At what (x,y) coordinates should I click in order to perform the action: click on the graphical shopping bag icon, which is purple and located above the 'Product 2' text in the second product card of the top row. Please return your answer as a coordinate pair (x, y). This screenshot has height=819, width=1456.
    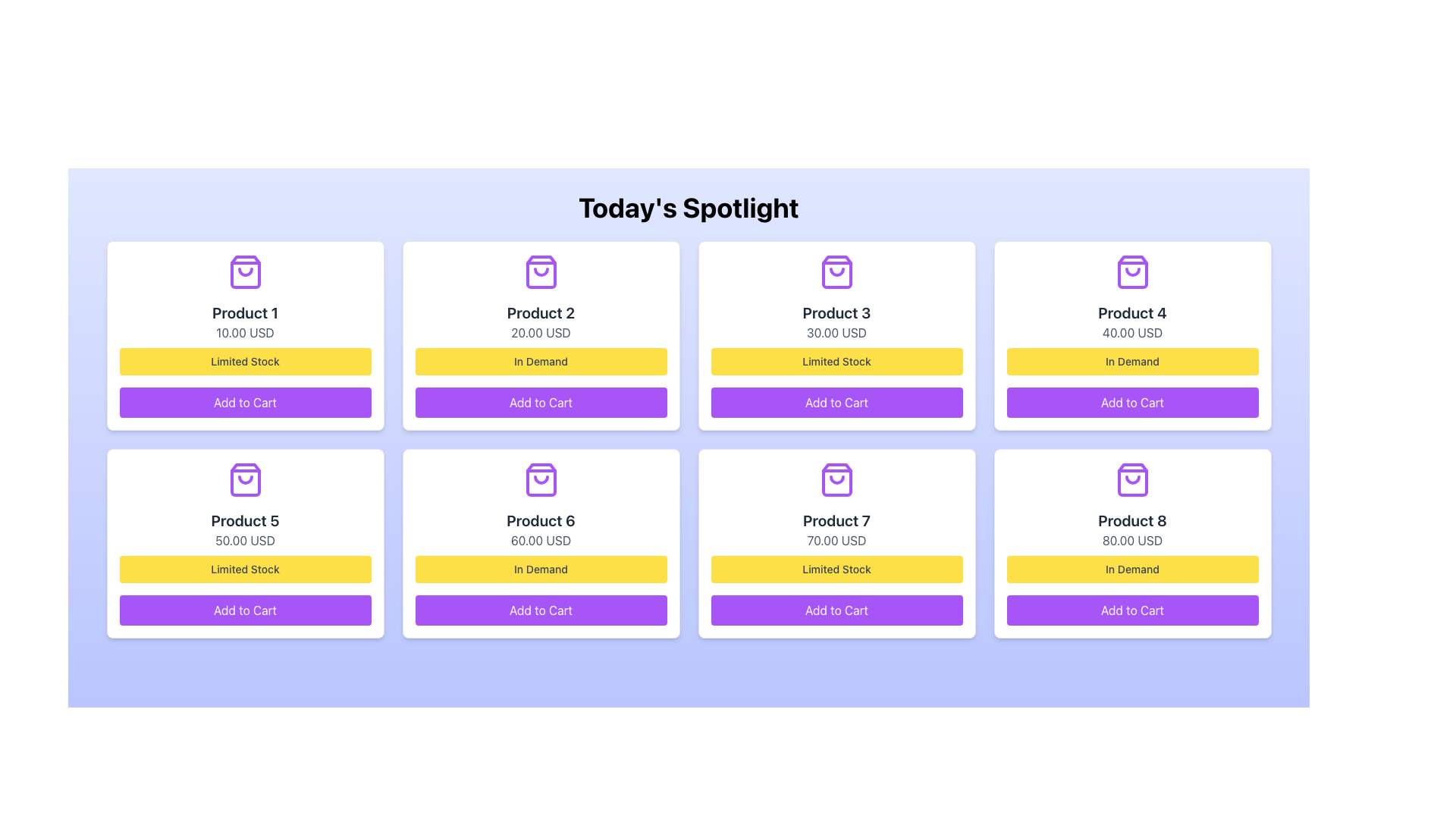
    Looking at the image, I should click on (541, 271).